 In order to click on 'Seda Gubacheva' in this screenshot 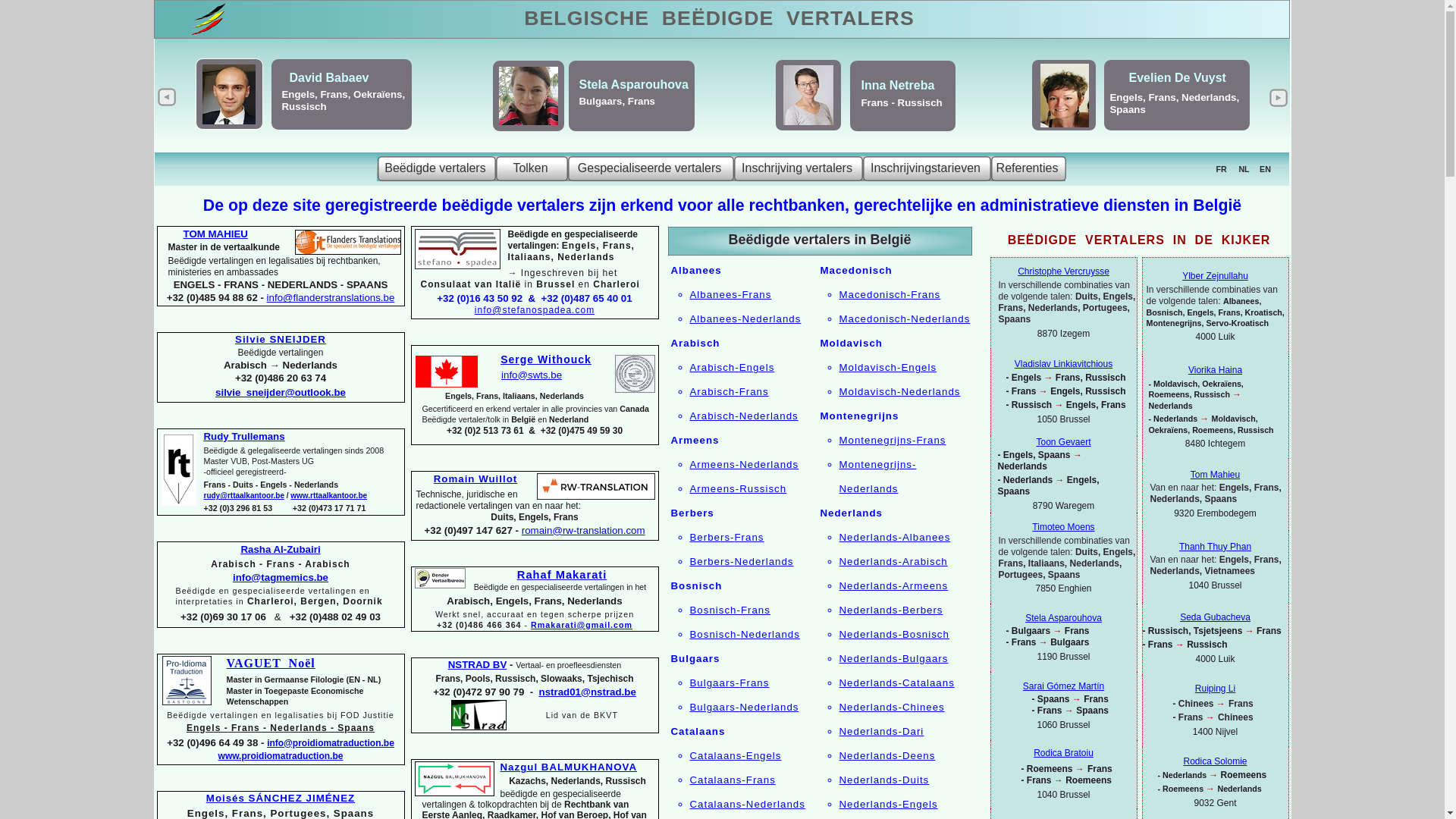, I will do `click(1178, 617)`.